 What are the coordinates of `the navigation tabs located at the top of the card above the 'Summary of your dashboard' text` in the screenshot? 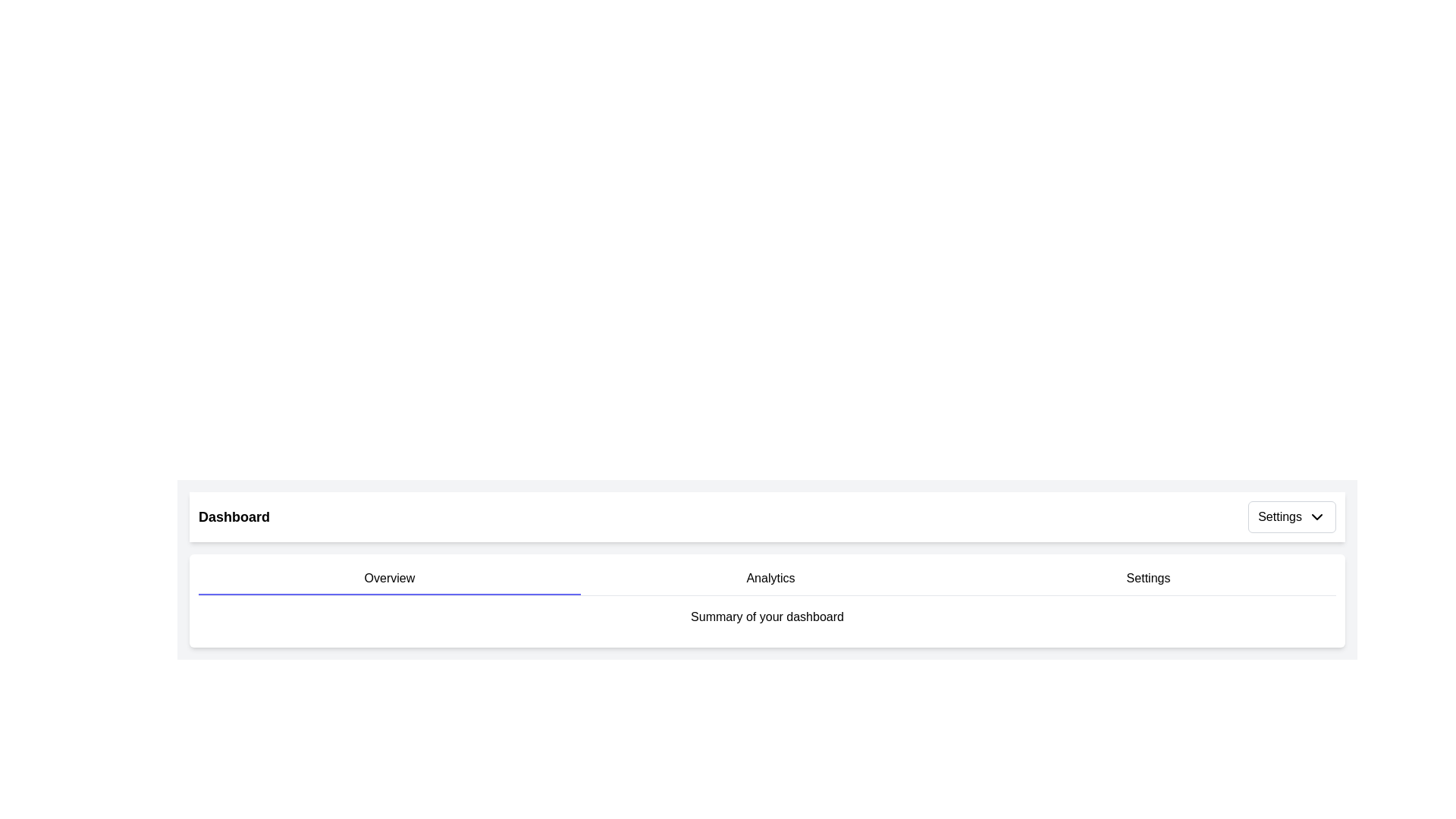 It's located at (767, 579).